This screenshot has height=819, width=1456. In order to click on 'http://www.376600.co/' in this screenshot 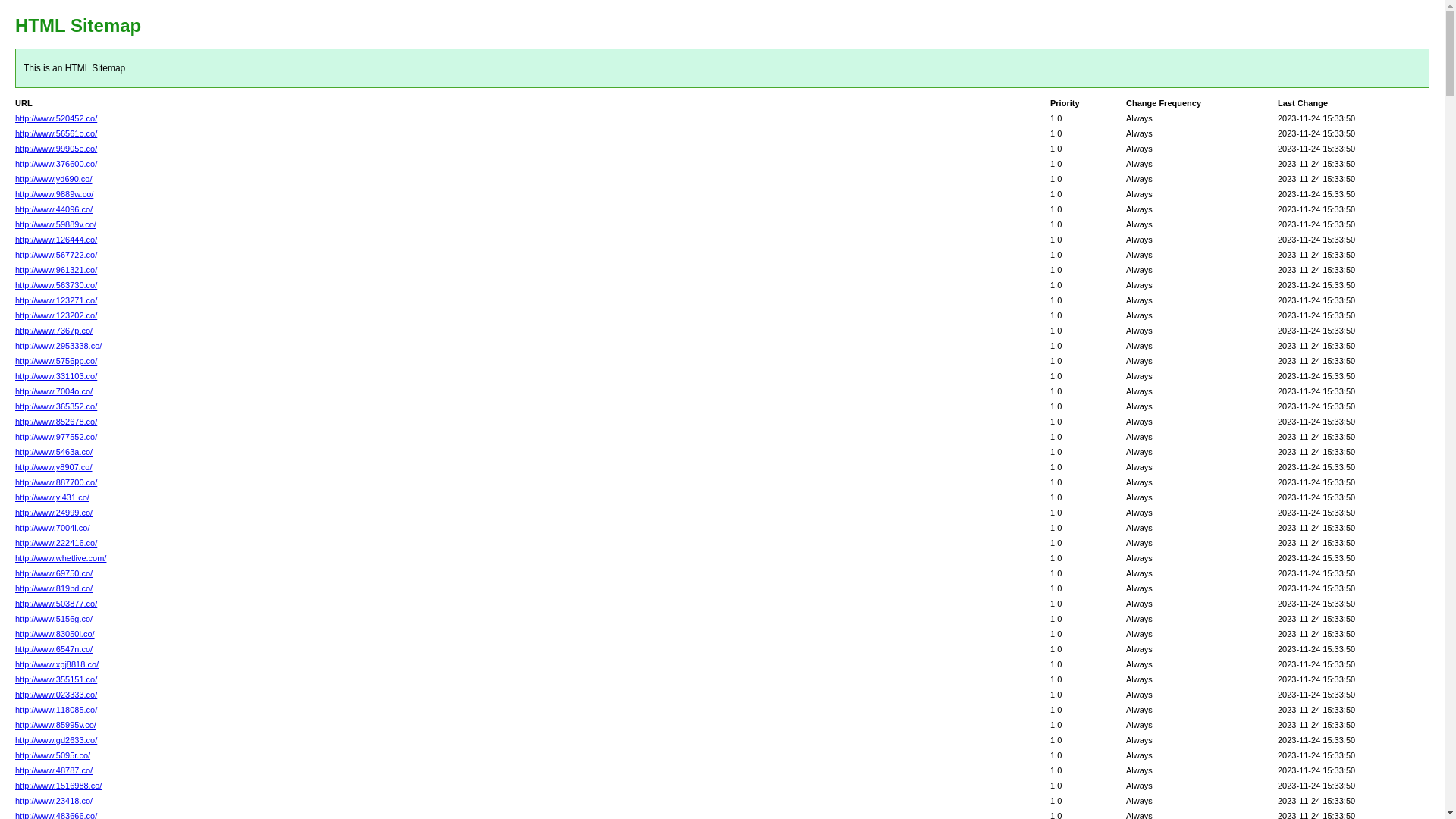, I will do `click(55, 164)`.